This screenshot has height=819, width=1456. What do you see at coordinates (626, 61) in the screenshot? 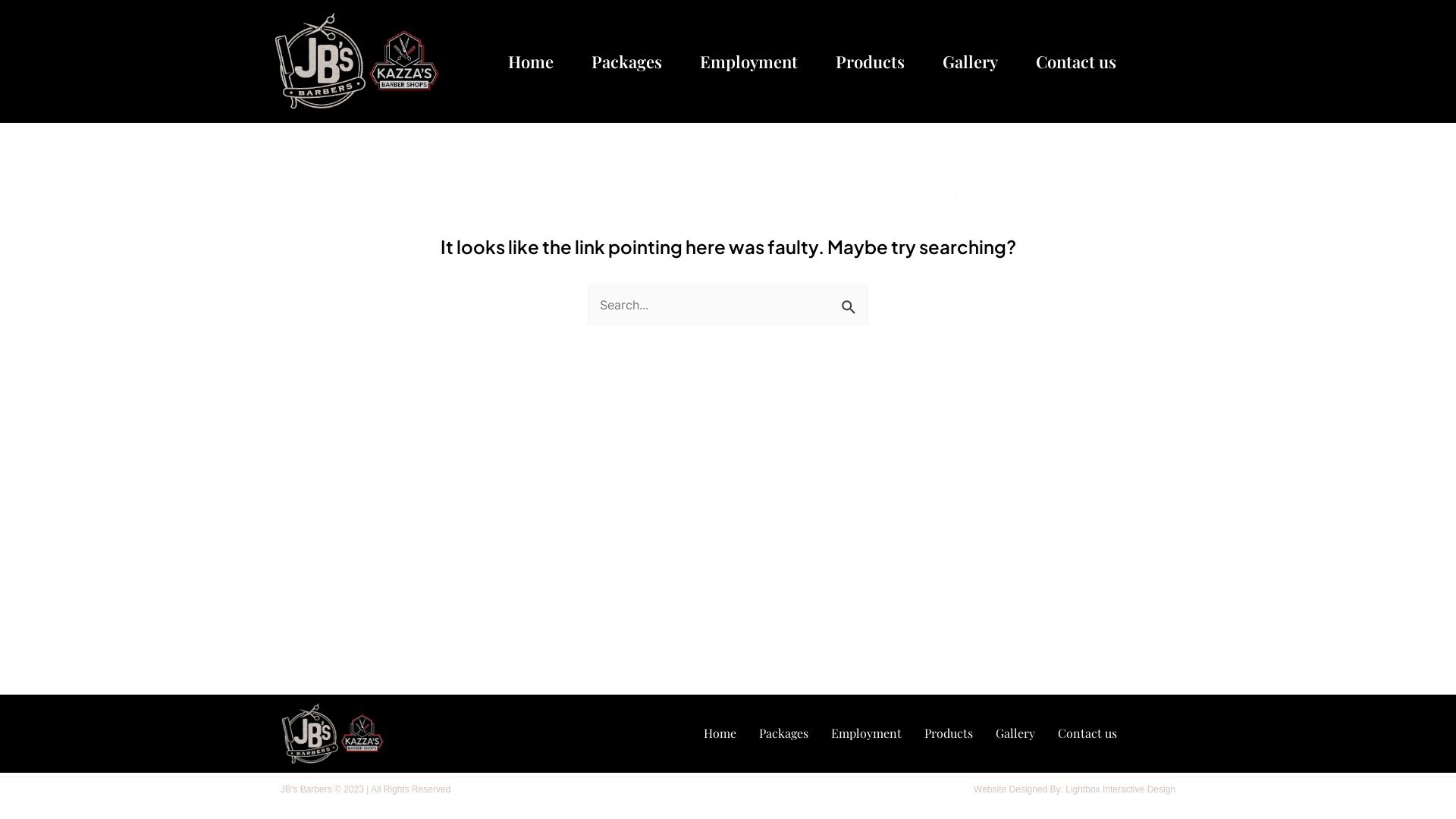
I see `'Packages'` at bounding box center [626, 61].